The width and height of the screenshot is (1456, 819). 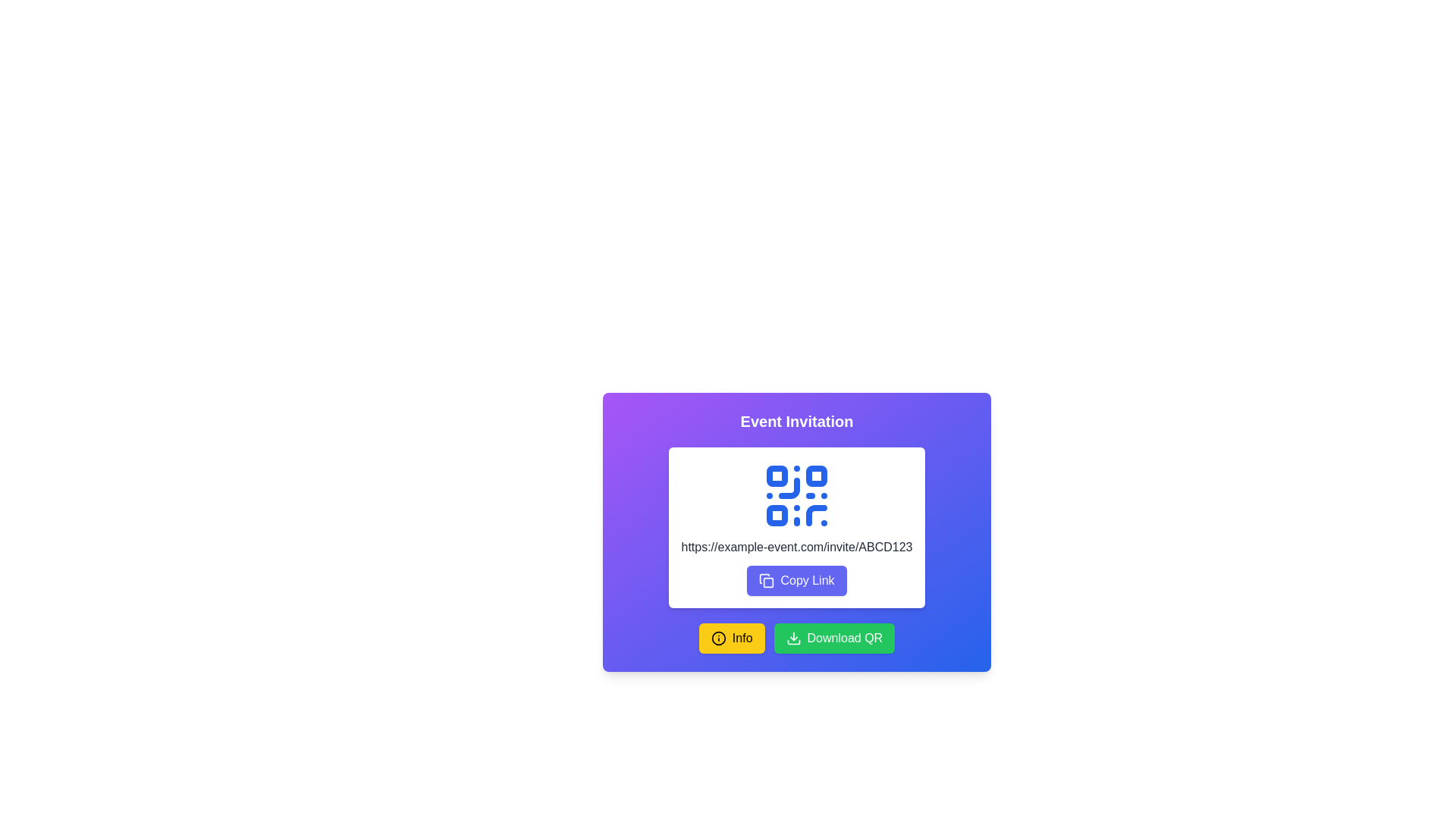 I want to click on the bottom component of the download icon, which symbolizes file downloads and is located near the bottom-right of the interface, below the 'Event Invitation' QR code section, alongside the 'Download QR' button, so click(x=792, y=642).